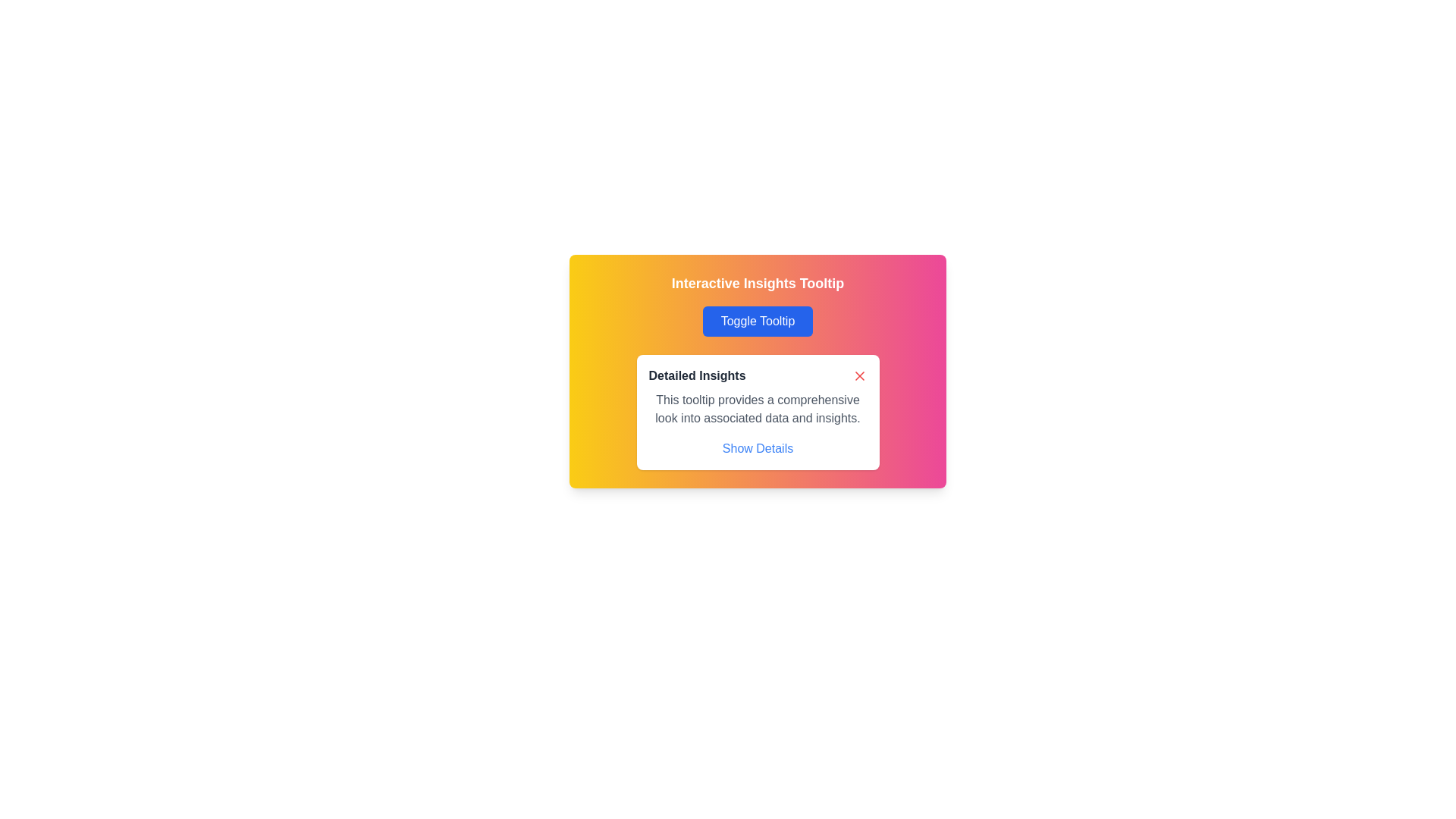  Describe the element at coordinates (859, 375) in the screenshot. I see `the red cross-shaped button located at the top-right corner of the 'Detailed Insights' card` at that location.